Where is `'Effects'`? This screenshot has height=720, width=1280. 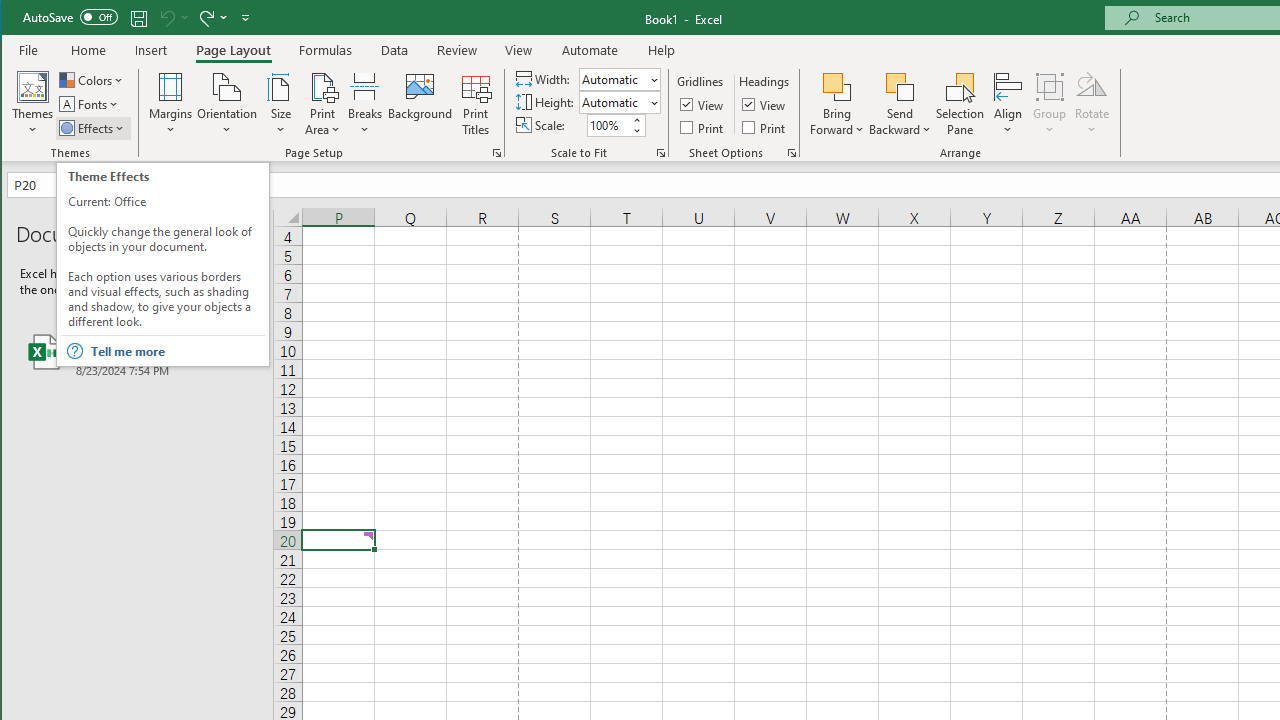
'Effects' is located at coordinates (92, 128).